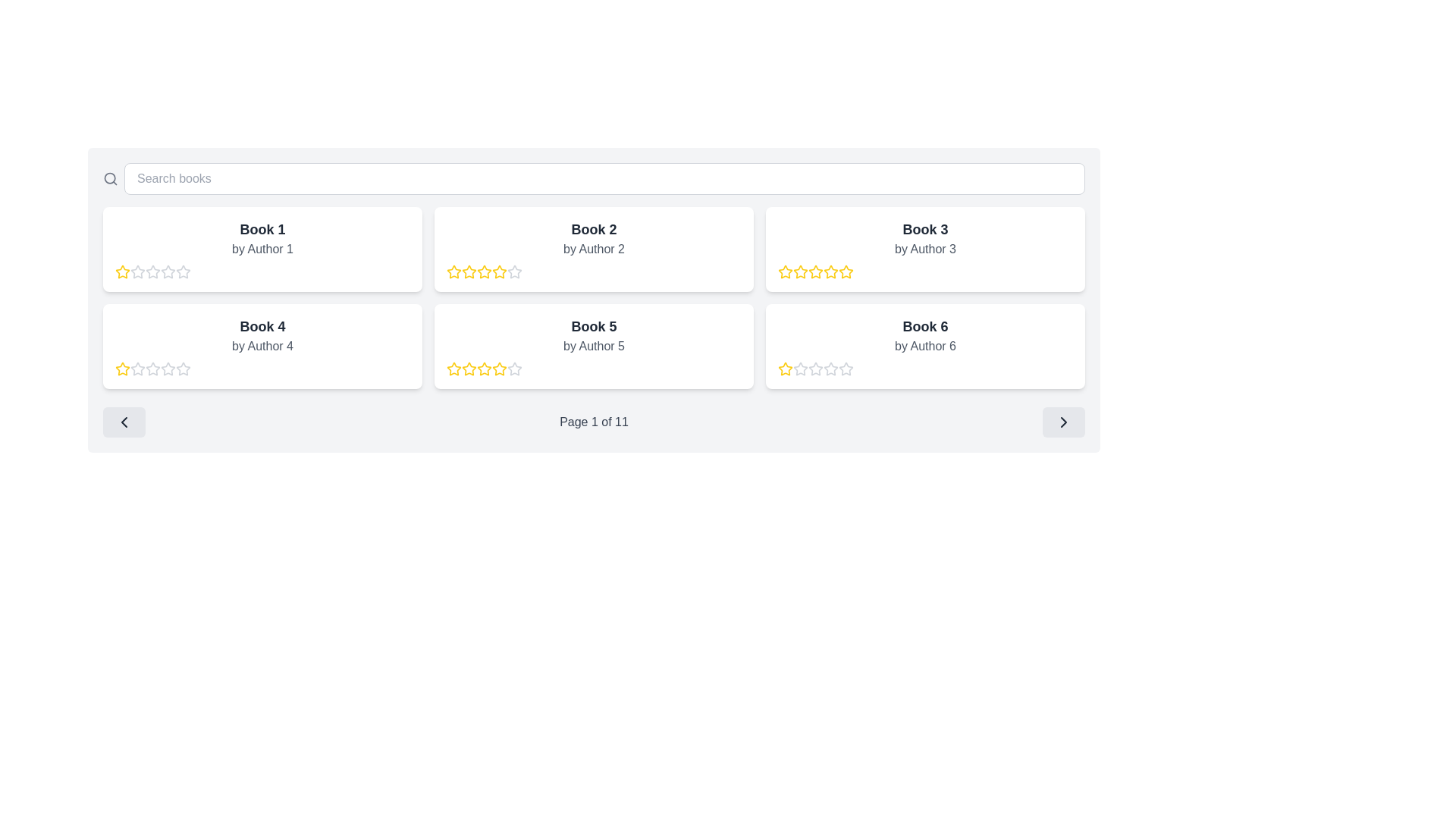 The height and width of the screenshot is (819, 1456). What do you see at coordinates (262, 369) in the screenshot?
I see `the Rating component representing 'Book 4' located below the text 'Book 4' and 'by Author 4' for accessibility purposes` at bounding box center [262, 369].